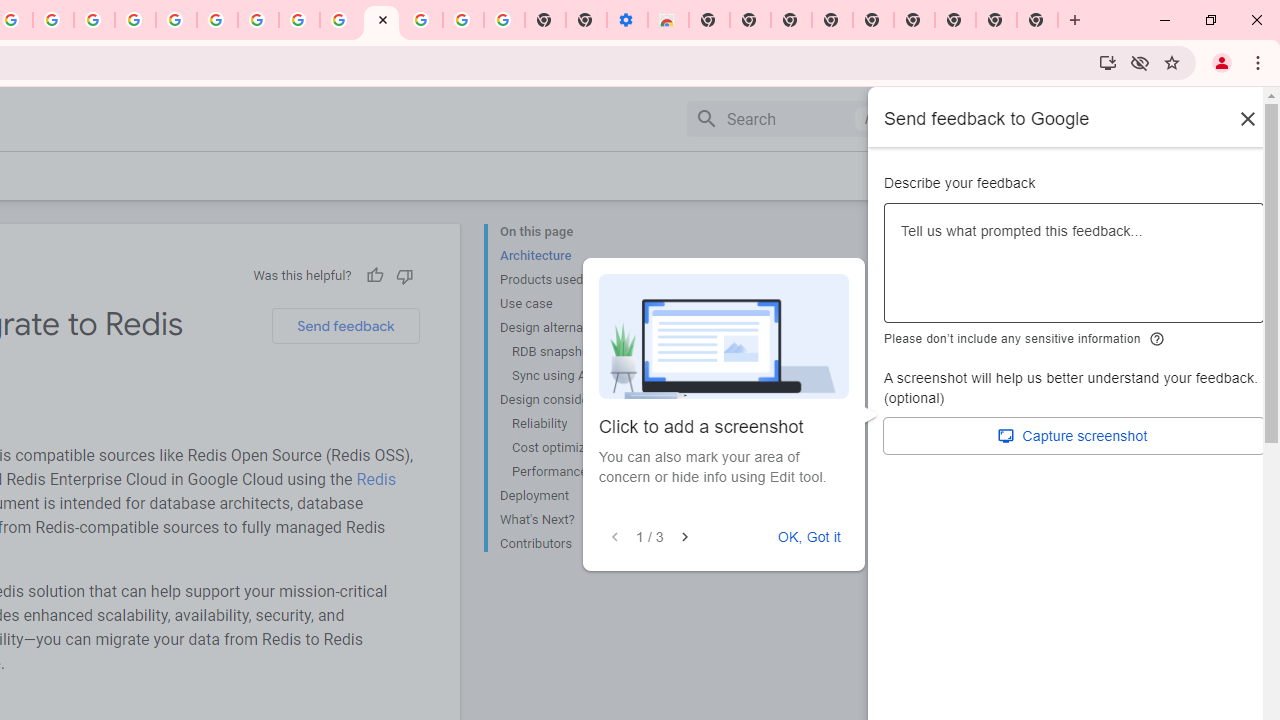 Image resolution: width=1280 pixels, height=720 pixels. What do you see at coordinates (585, 423) in the screenshot?
I see `'Reliability'` at bounding box center [585, 423].